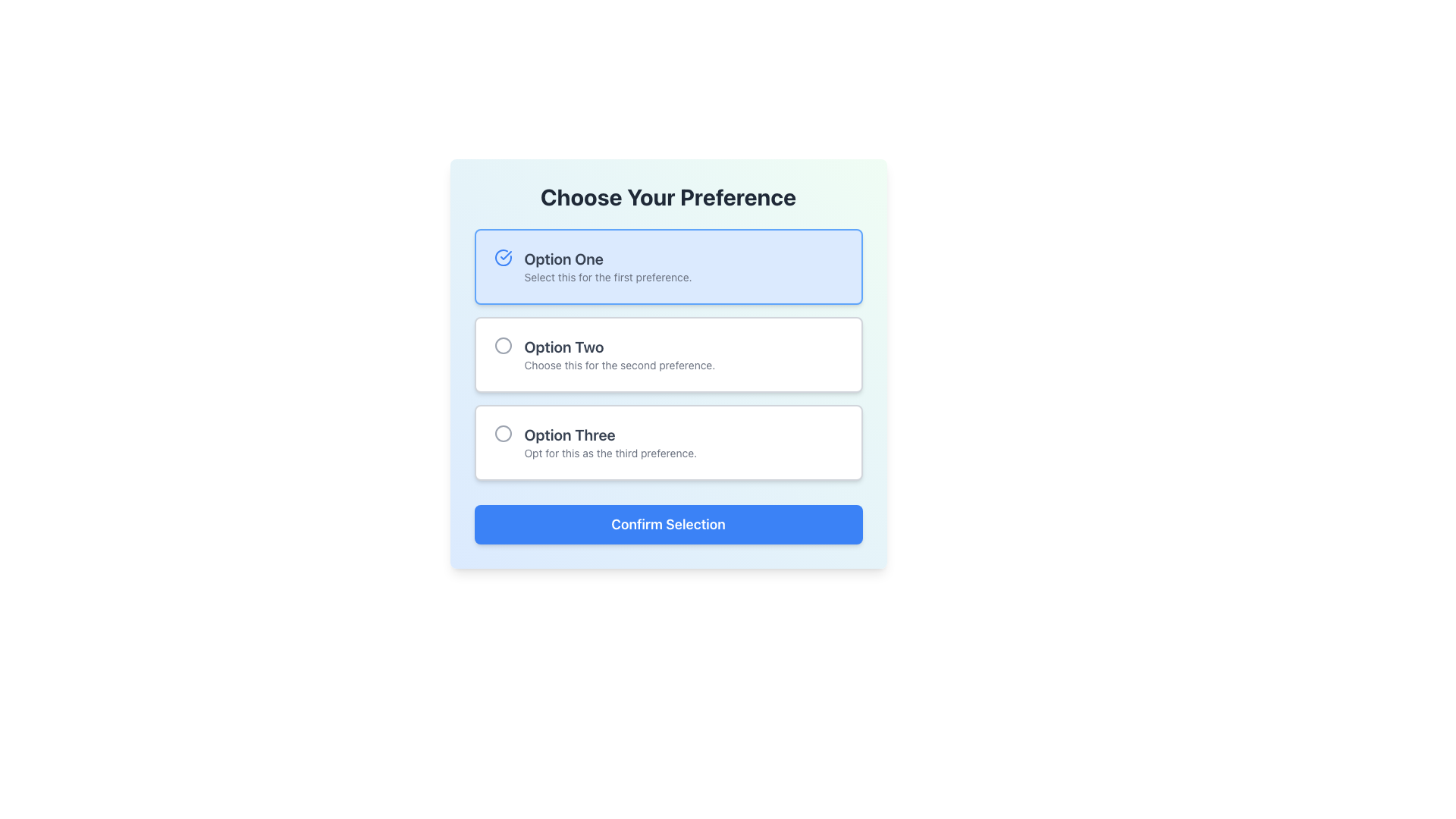 Image resolution: width=1456 pixels, height=819 pixels. I want to click on the text label that reads 'Select this for the first preference.', which is located beneath the bold text 'Option One' in the first selectable option card, so click(608, 278).